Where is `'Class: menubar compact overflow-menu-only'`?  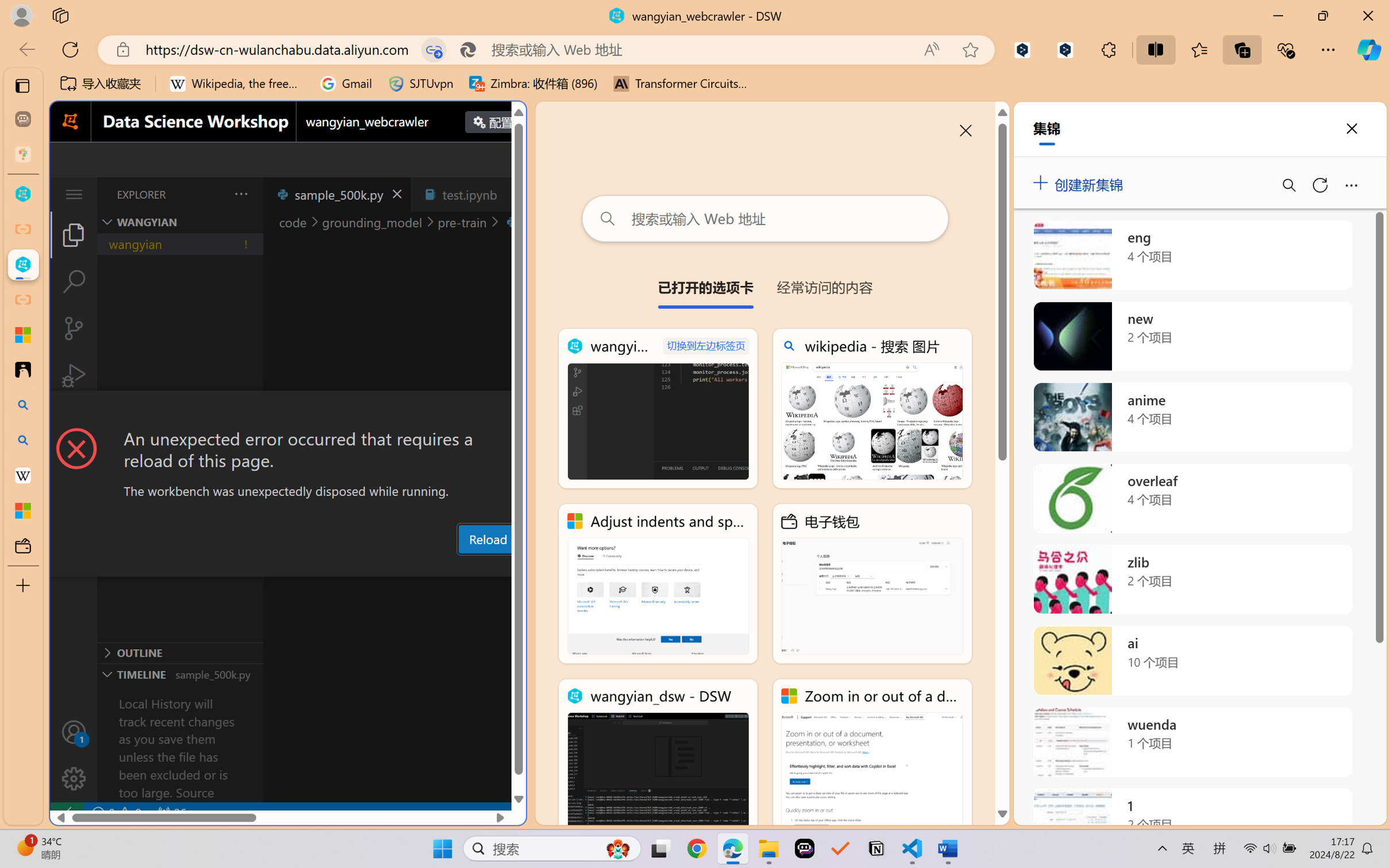
'Class: menubar compact overflow-menu-only' is located at coordinates (73, 193).